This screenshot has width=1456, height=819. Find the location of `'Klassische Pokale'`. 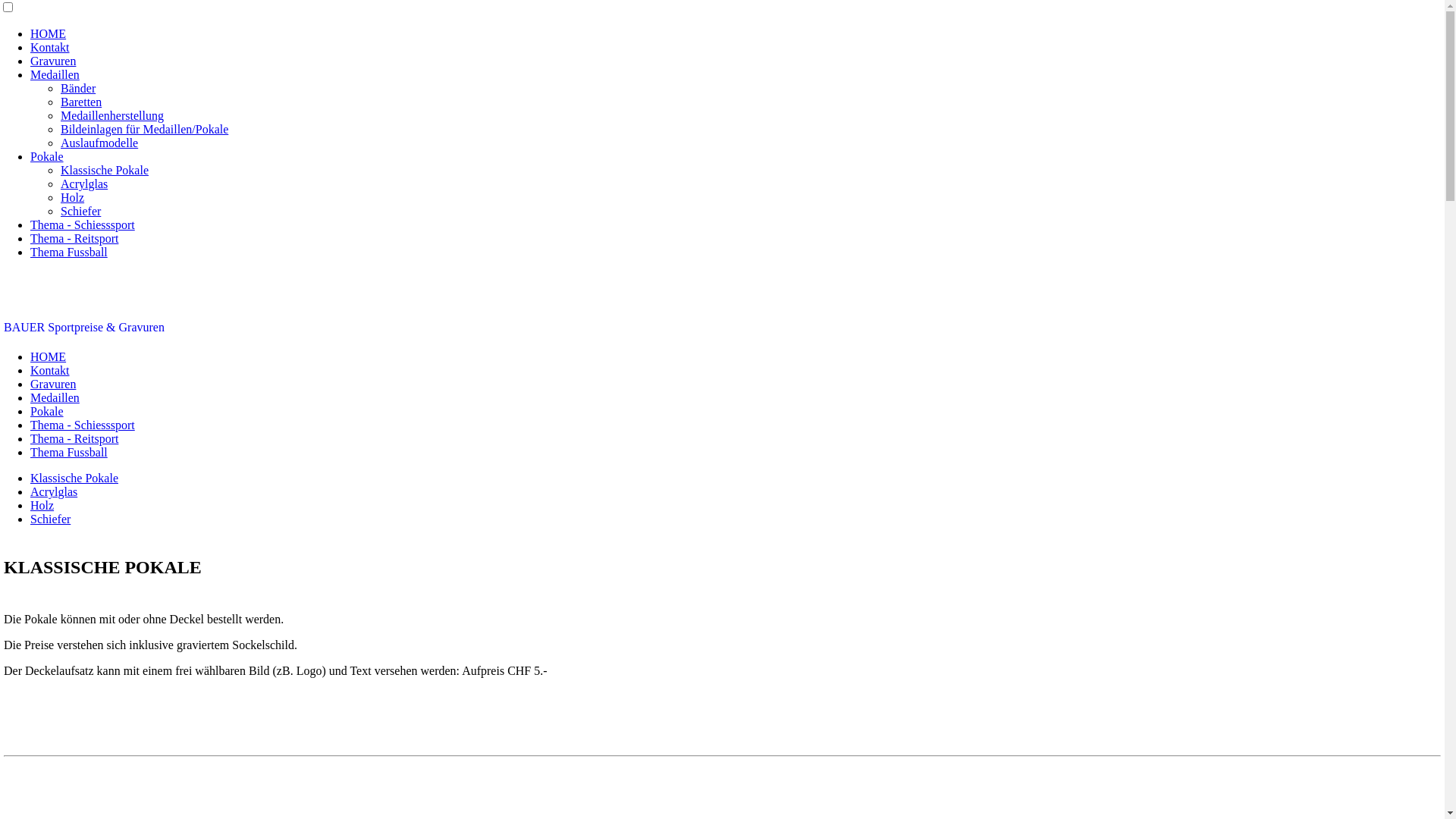

'Klassische Pokale' is located at coordinates (104, 170).